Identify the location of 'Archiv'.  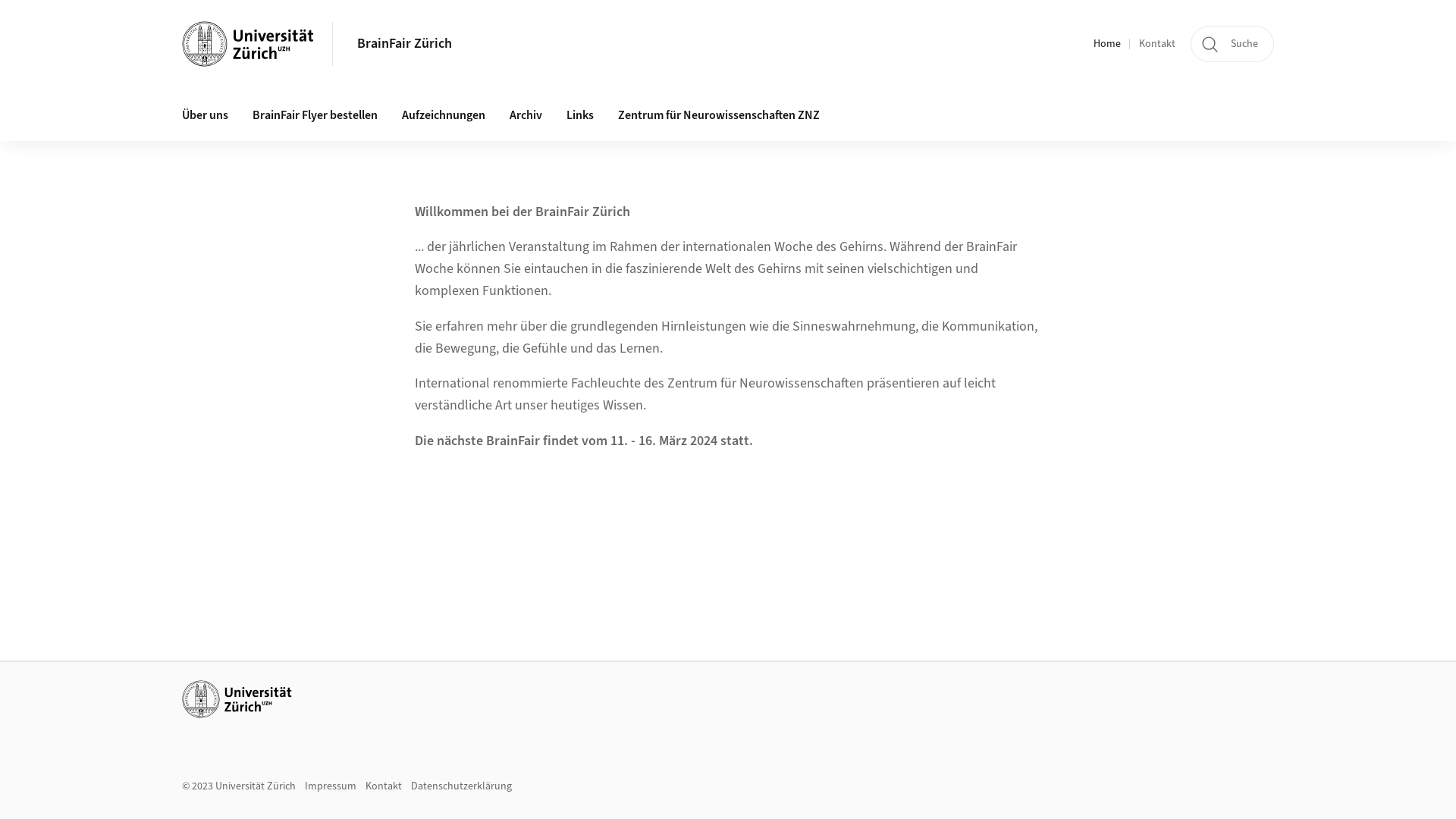
(526, 115).